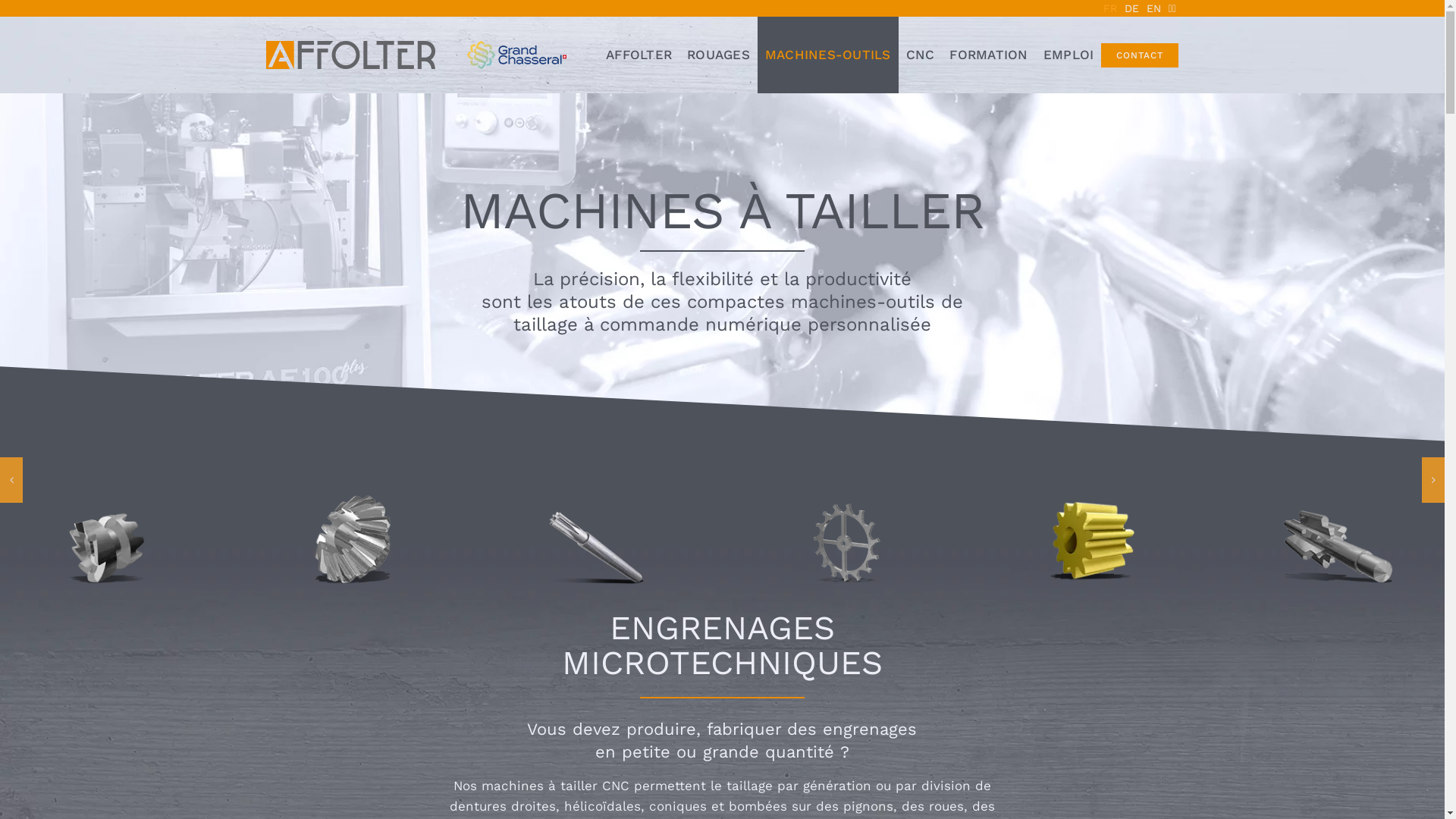 This screenshot has width=1456, height=819. What do you see at coordinates (639, 54) in the screenshot?
I see `'AFFOLTER'` at bounding box center [639, 54].